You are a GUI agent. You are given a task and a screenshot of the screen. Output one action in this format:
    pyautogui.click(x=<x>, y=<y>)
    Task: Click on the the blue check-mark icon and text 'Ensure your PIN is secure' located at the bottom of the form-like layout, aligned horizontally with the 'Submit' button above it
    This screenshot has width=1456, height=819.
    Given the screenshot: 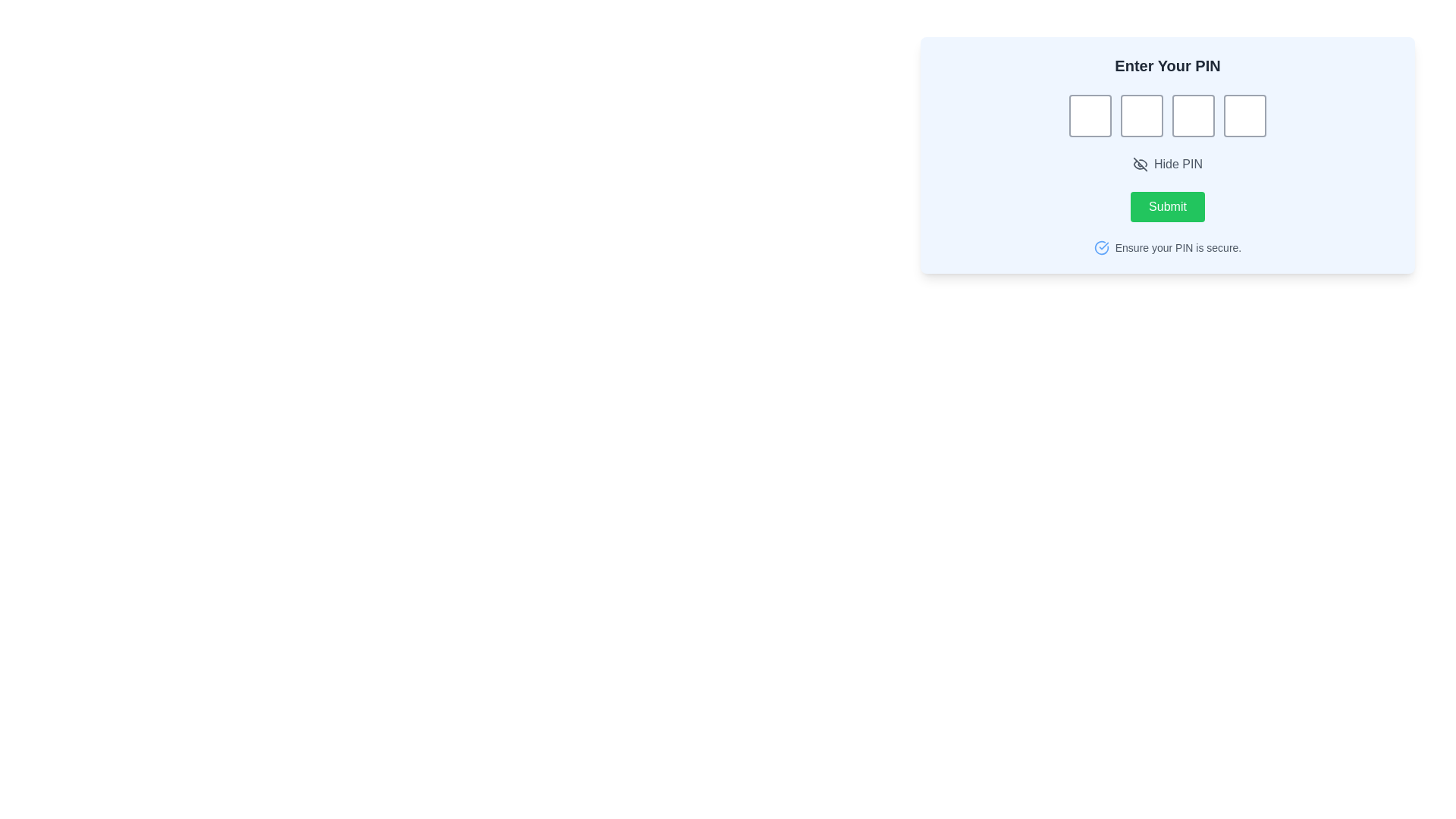 What is the action you would take?
    pyautogui.click(x=1167, y=247)
    